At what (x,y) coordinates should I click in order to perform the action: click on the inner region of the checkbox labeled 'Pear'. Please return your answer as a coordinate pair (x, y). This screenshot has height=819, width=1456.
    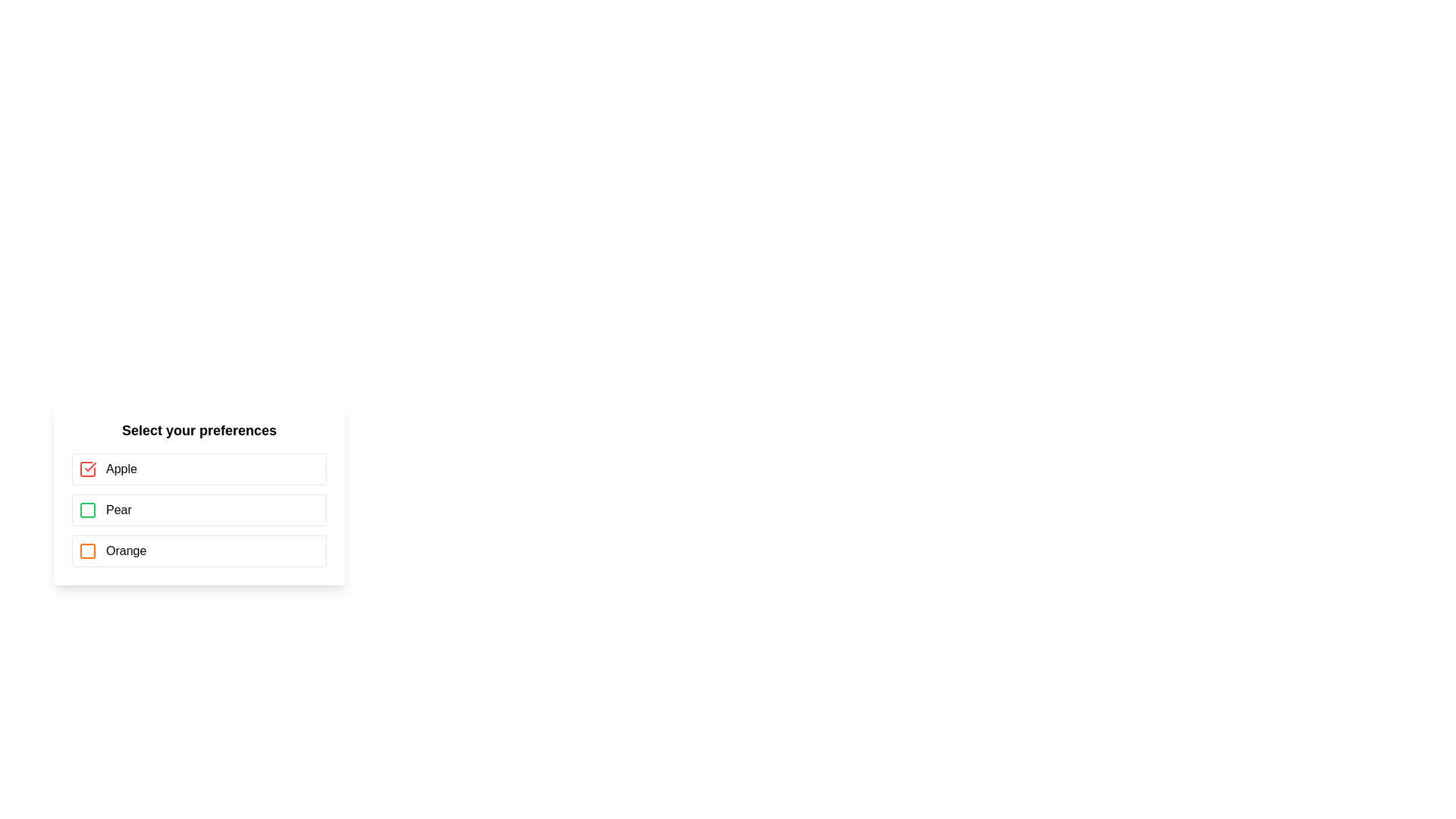
    Looking at the image, I should click on (86, 510).